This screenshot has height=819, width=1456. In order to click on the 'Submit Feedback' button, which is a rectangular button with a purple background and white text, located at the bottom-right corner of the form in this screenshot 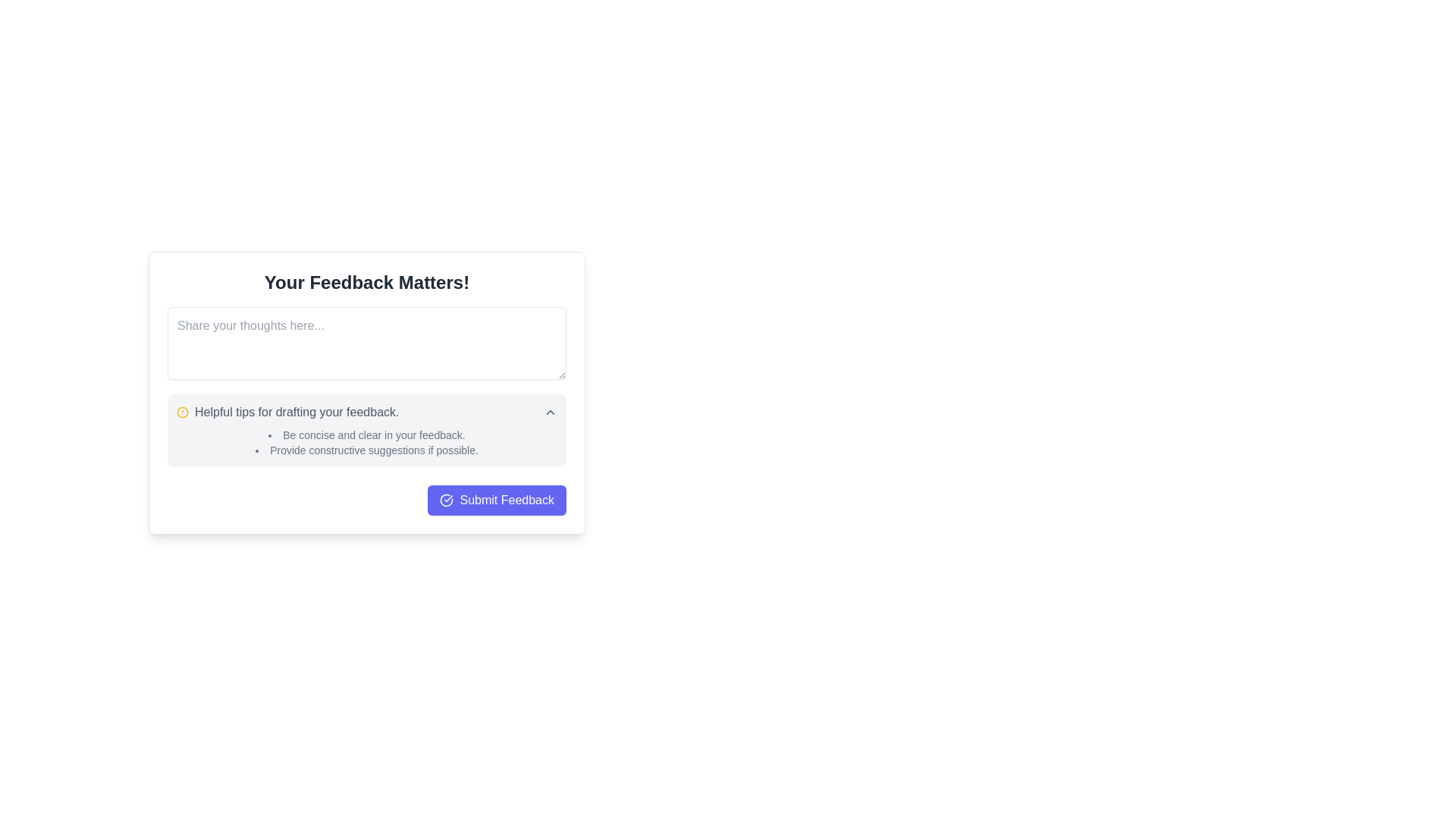, I will do `click(497, 500)`.